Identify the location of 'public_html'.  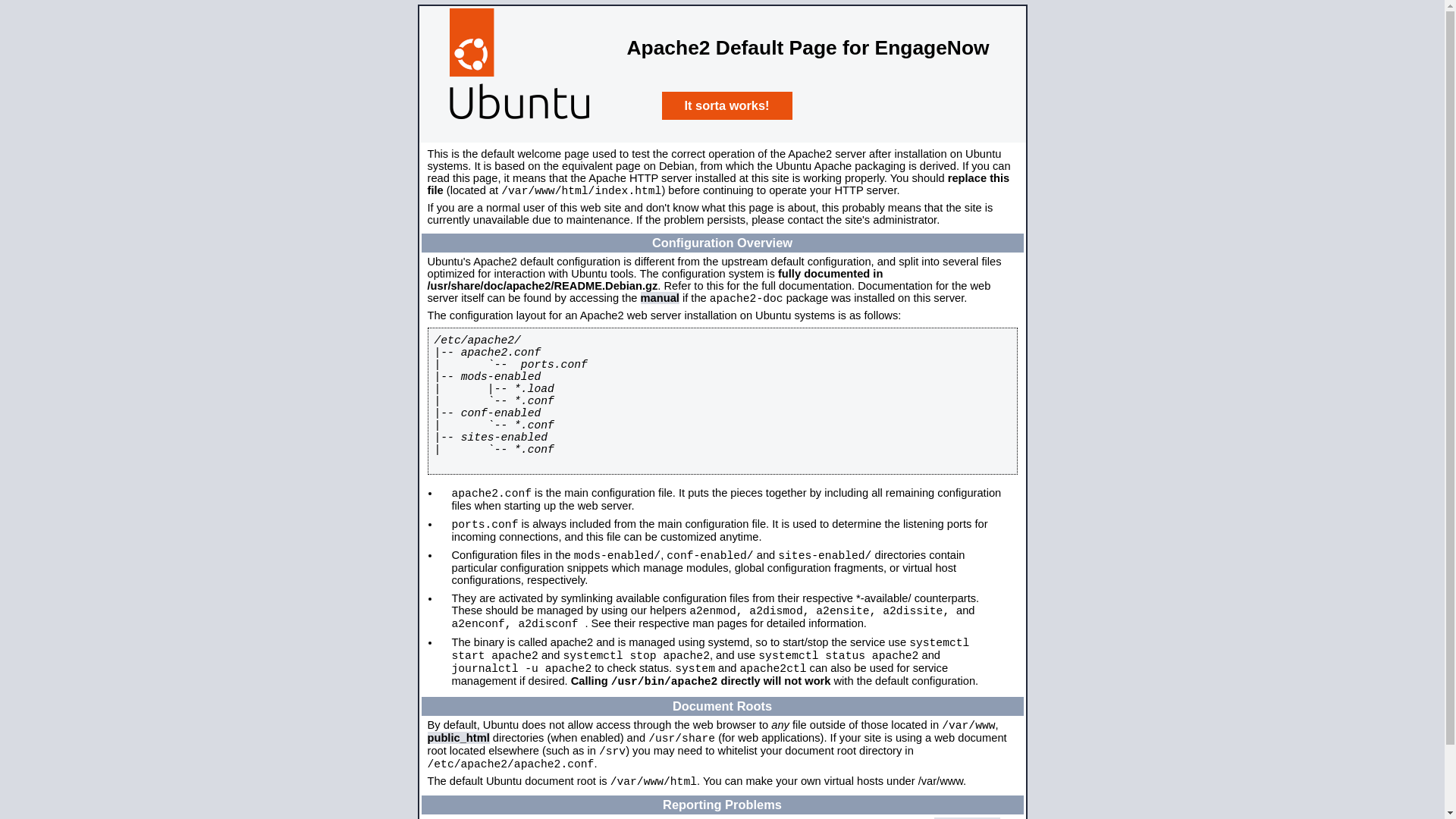
(457, 736).